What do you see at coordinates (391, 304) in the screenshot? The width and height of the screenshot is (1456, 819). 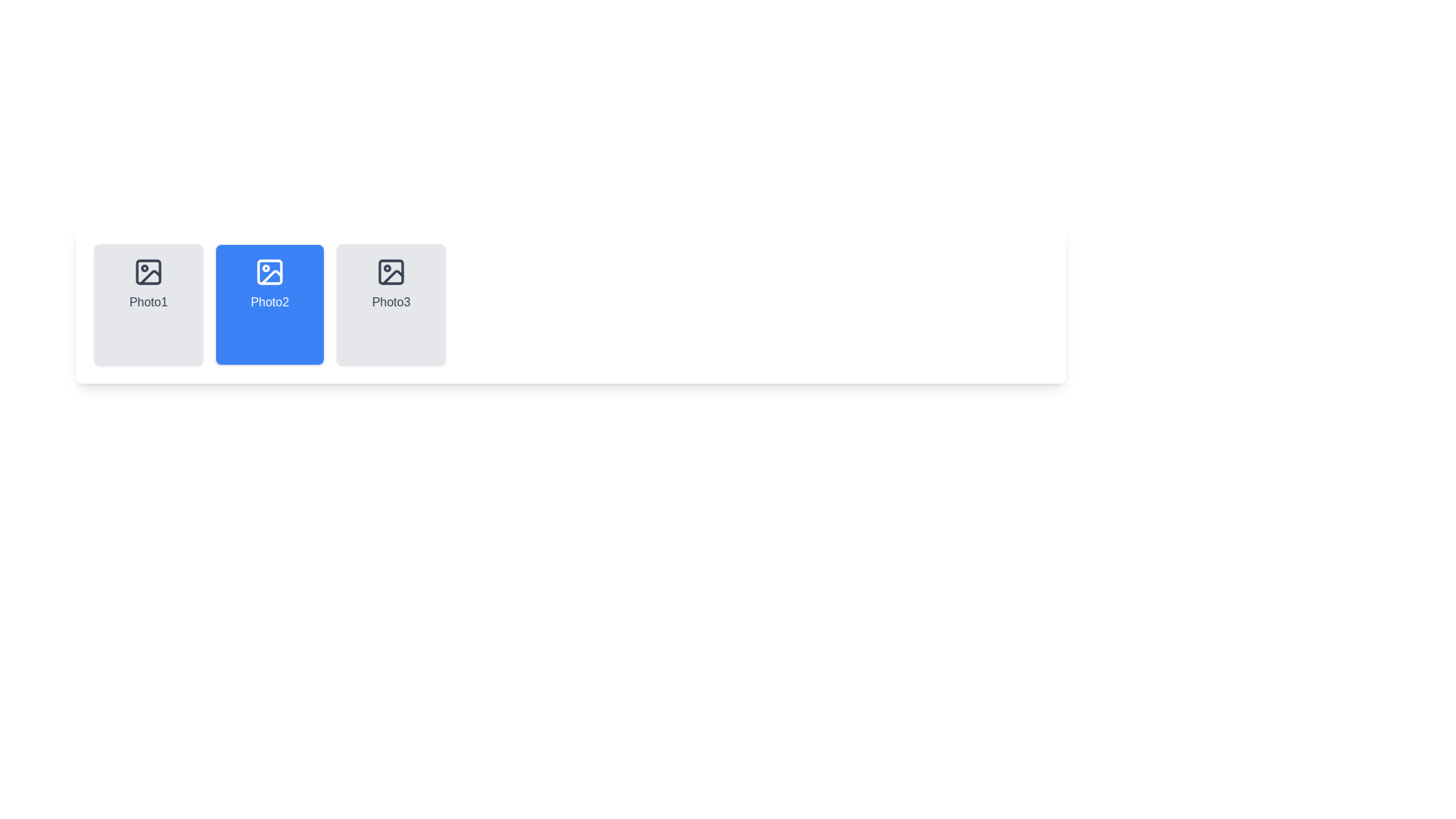 I see `the gallery chip labeled 'Photo3' to toggle its selection state` at bounding box center [391, 304].